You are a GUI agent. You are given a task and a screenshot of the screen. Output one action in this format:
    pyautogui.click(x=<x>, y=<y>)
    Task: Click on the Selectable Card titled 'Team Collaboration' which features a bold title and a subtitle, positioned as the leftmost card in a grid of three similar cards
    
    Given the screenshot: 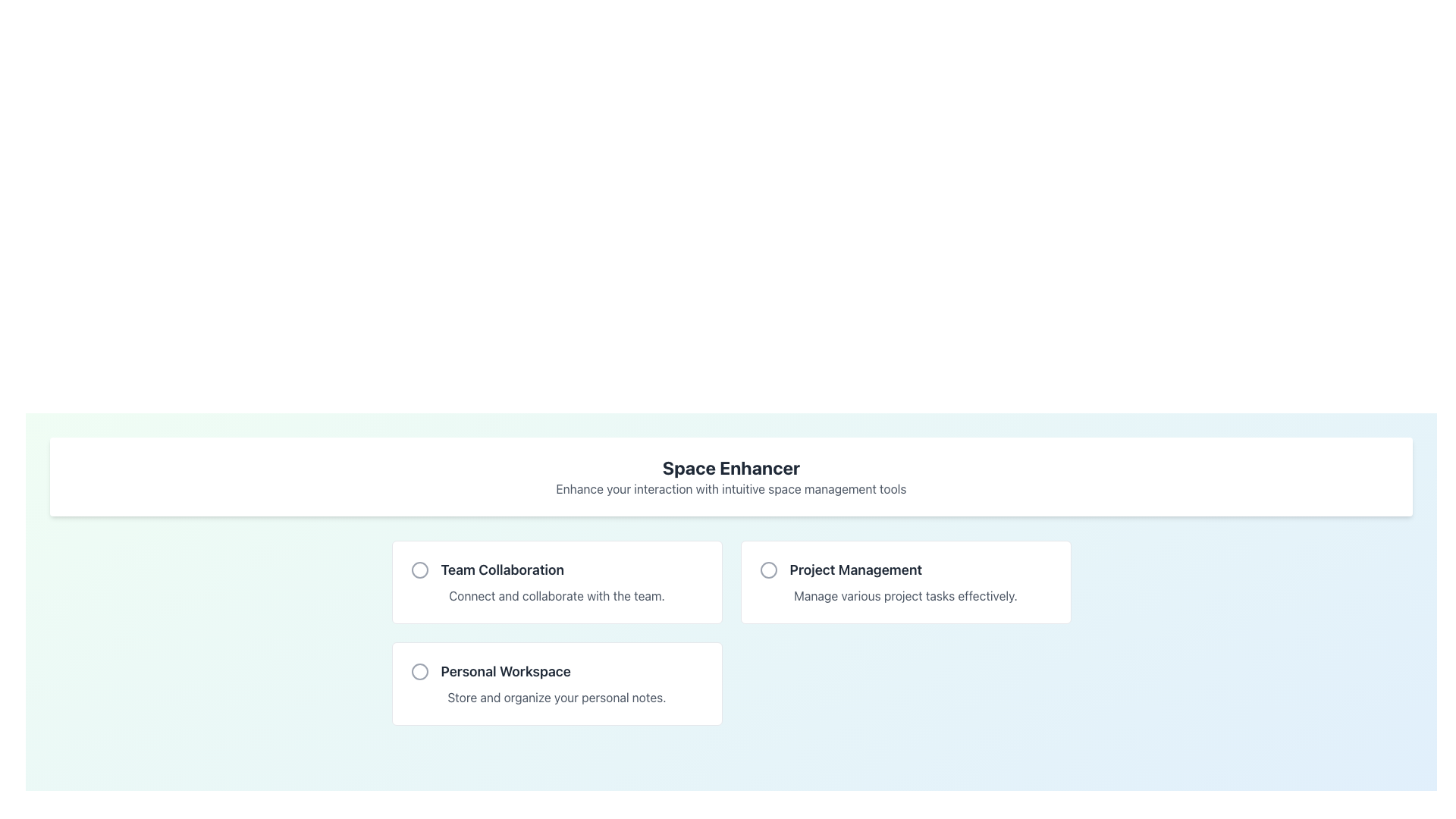 What is the action you would take?
    pyautogui.click(x=556, y=581)
    